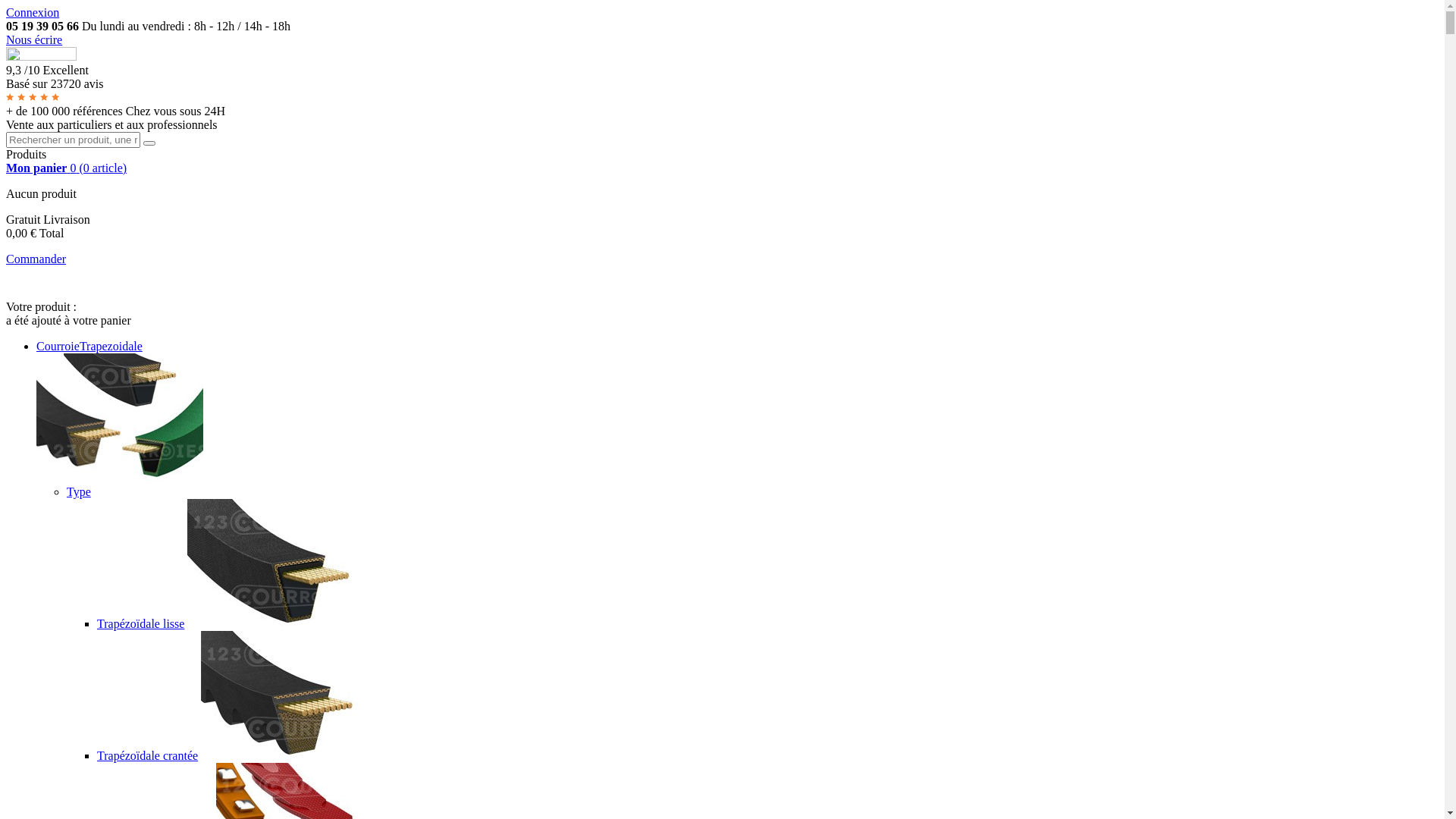 This screenshot has height=819, width=1456. Describe the element at coordinates (33, 12) in the screenshot. I see `'Connexion'` at that location.